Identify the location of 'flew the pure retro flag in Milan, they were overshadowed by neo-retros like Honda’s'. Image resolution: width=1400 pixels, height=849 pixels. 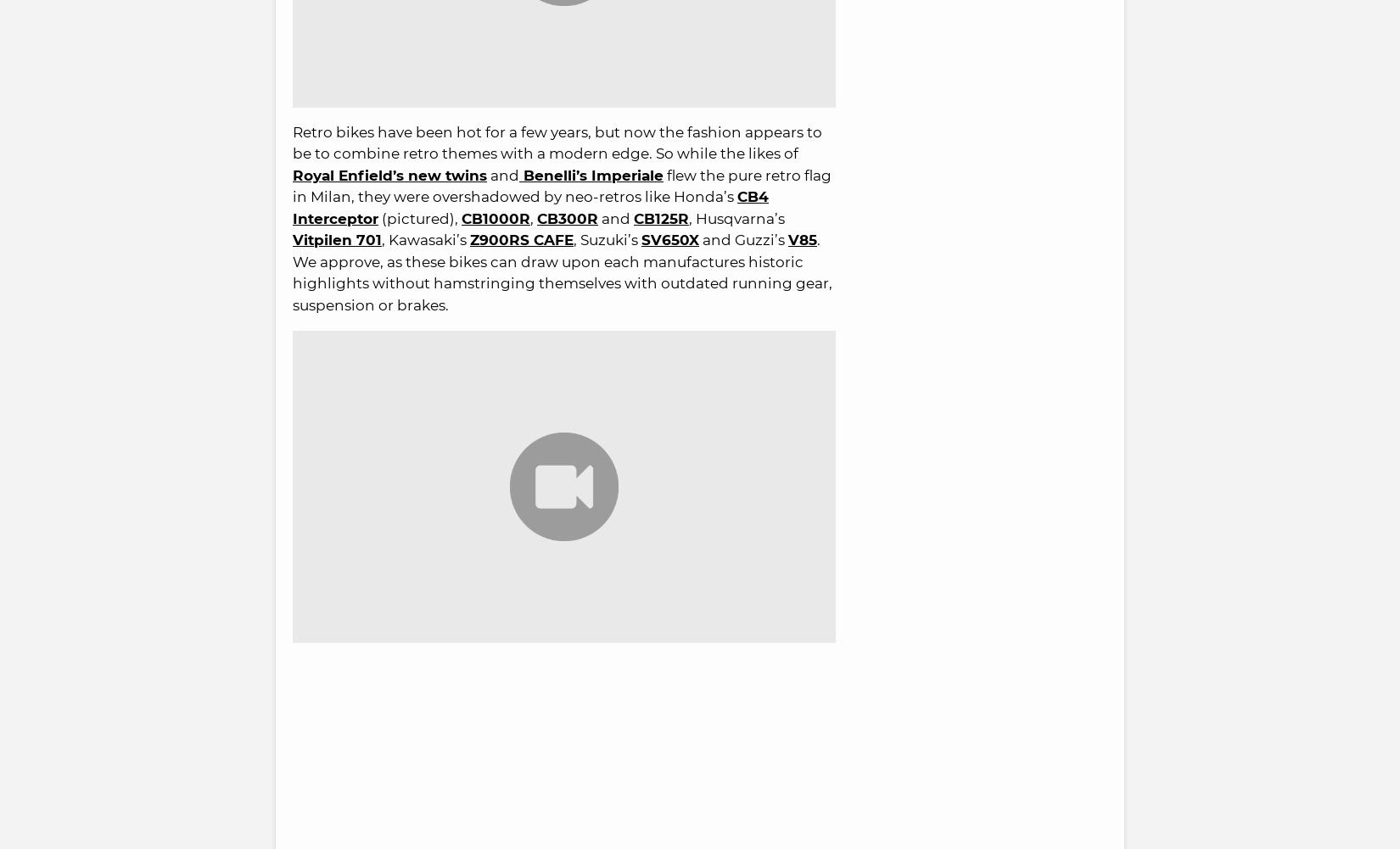
(561, 185).